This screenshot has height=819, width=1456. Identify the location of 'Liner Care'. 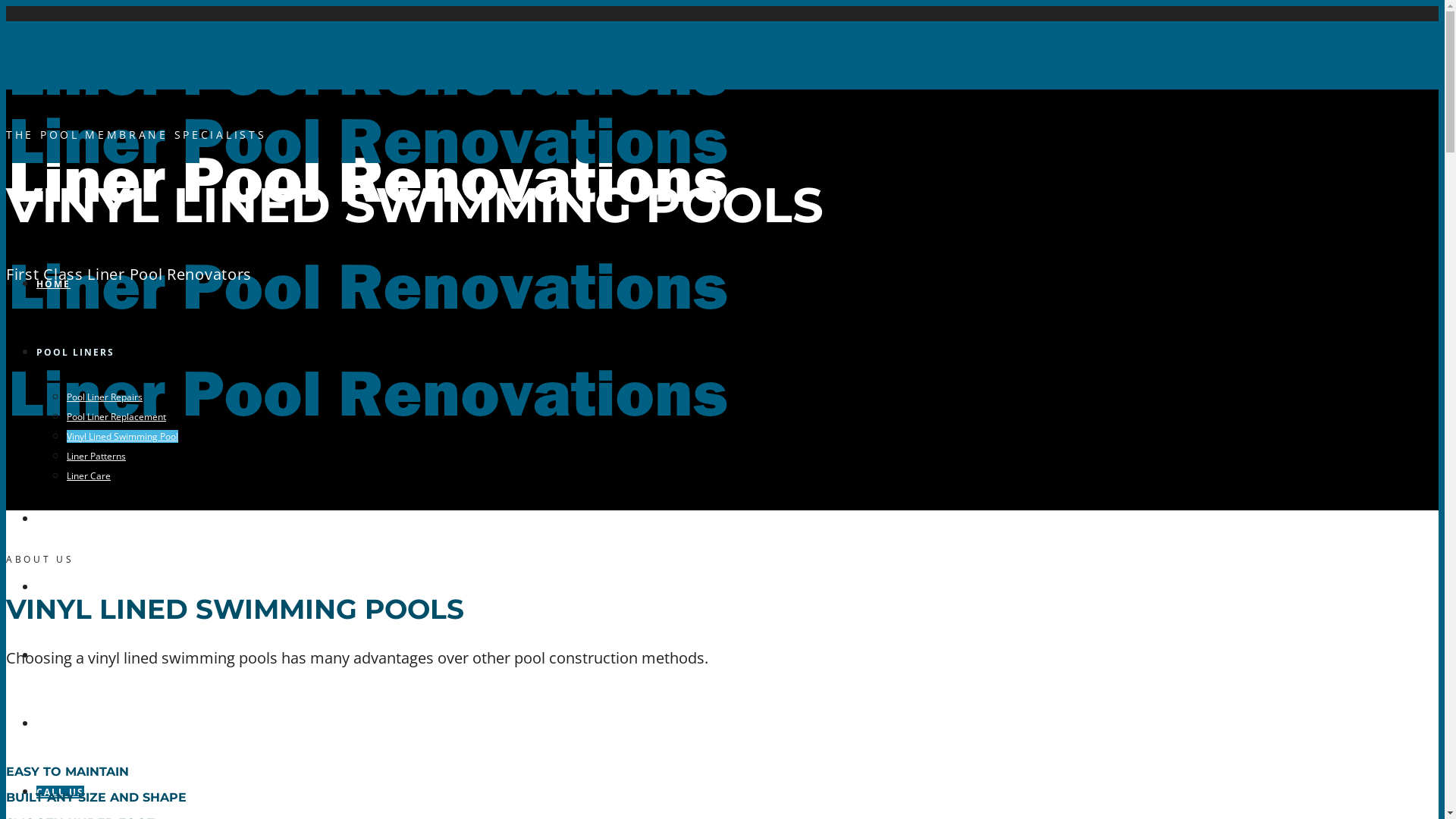
(87, 475).